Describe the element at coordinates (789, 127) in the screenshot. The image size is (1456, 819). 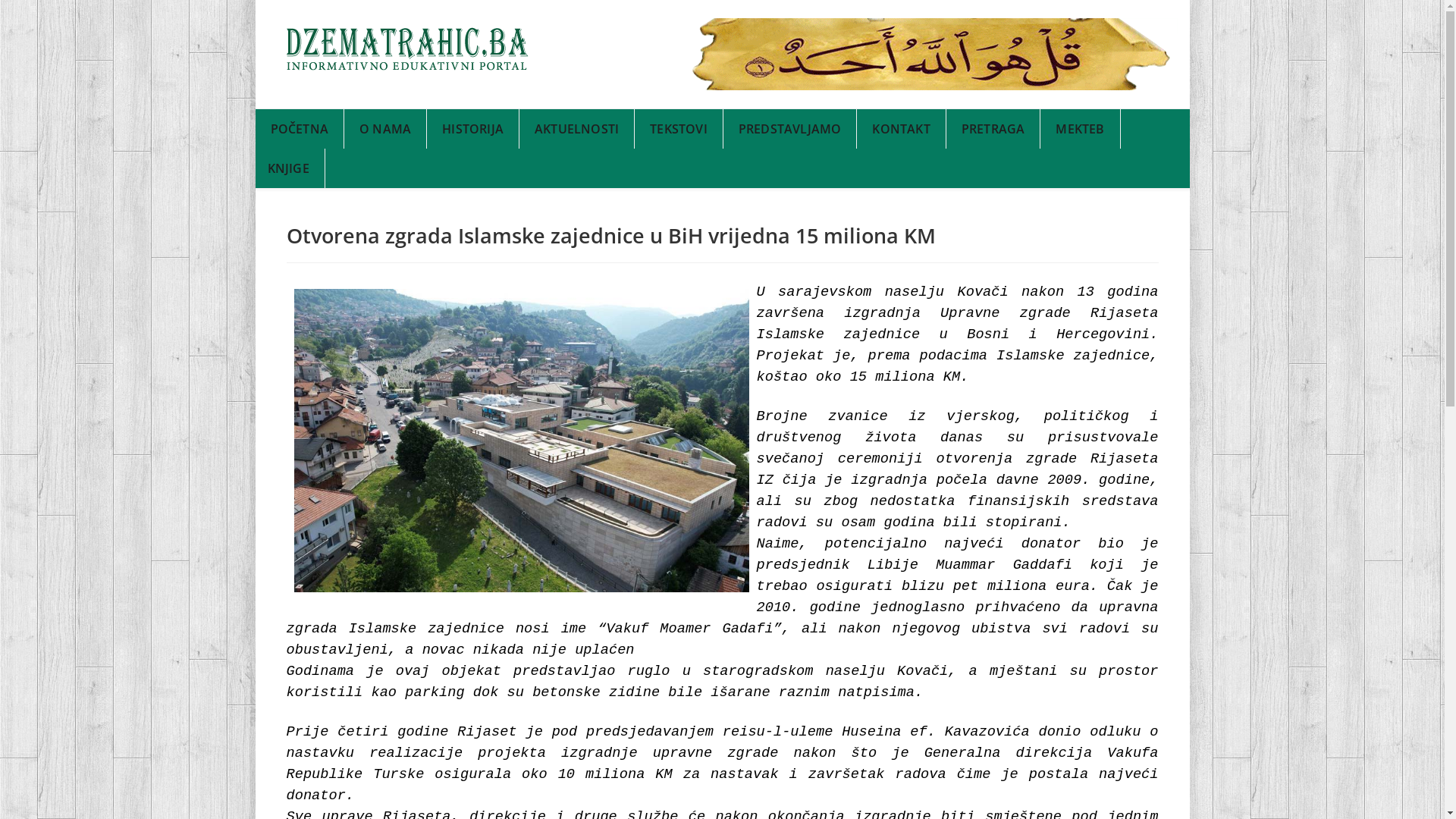
I see `'PREDSTAVLJAMO'` at that location.